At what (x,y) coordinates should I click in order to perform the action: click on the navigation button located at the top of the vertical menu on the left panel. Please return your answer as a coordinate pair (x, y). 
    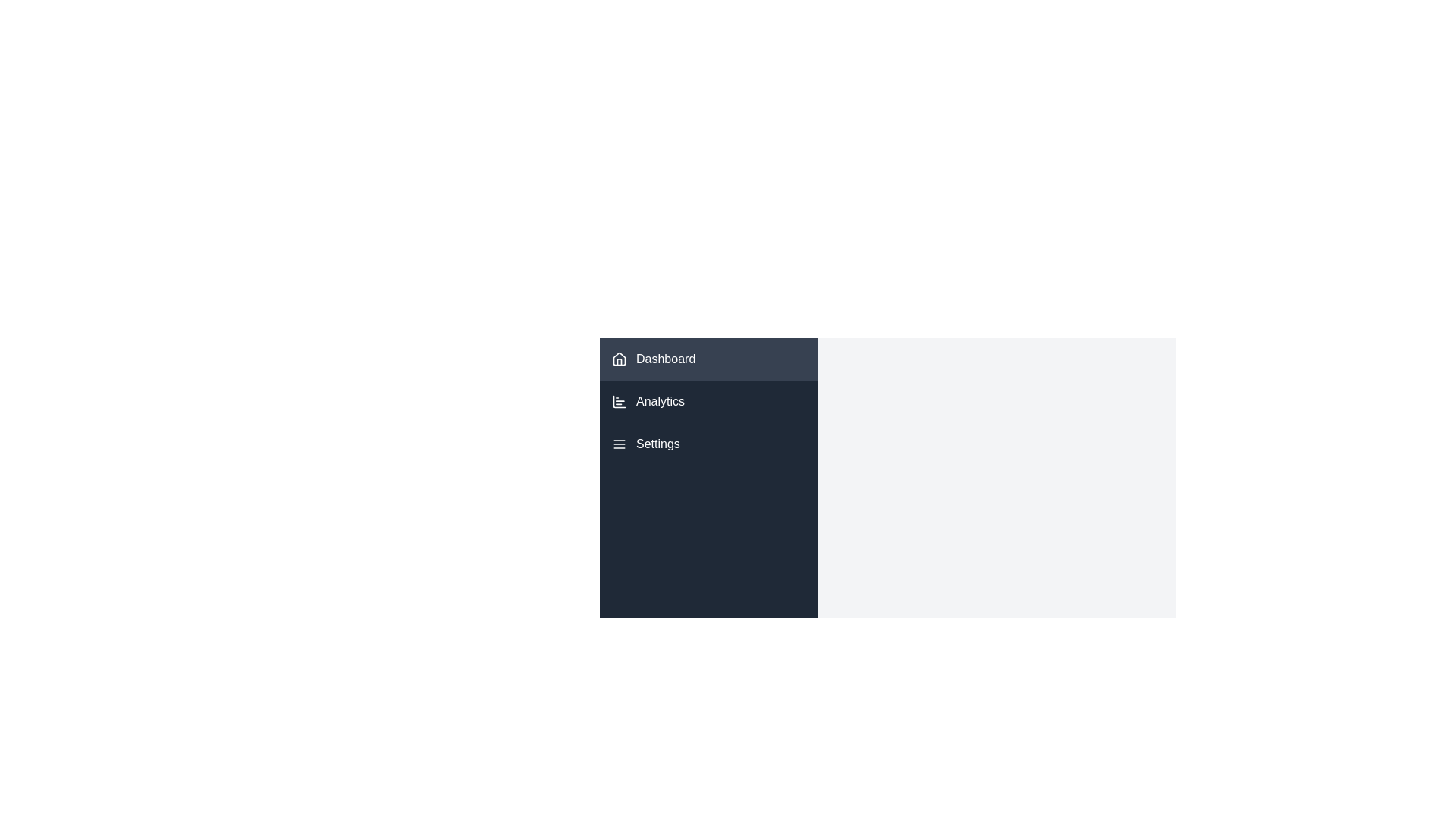
    Looking at the image, I should click on (708, 359).